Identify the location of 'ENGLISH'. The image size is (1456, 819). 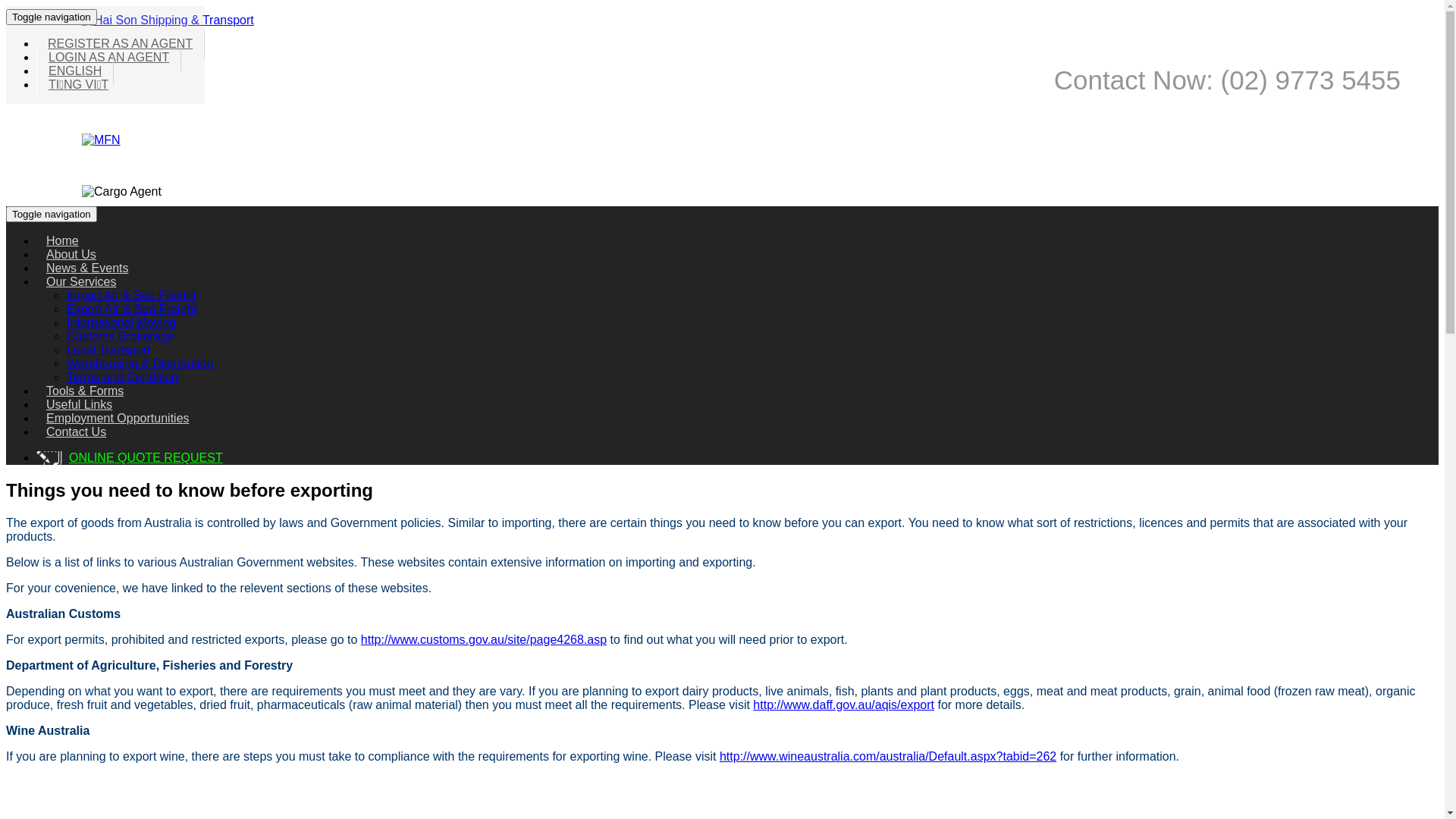
(74, 71).